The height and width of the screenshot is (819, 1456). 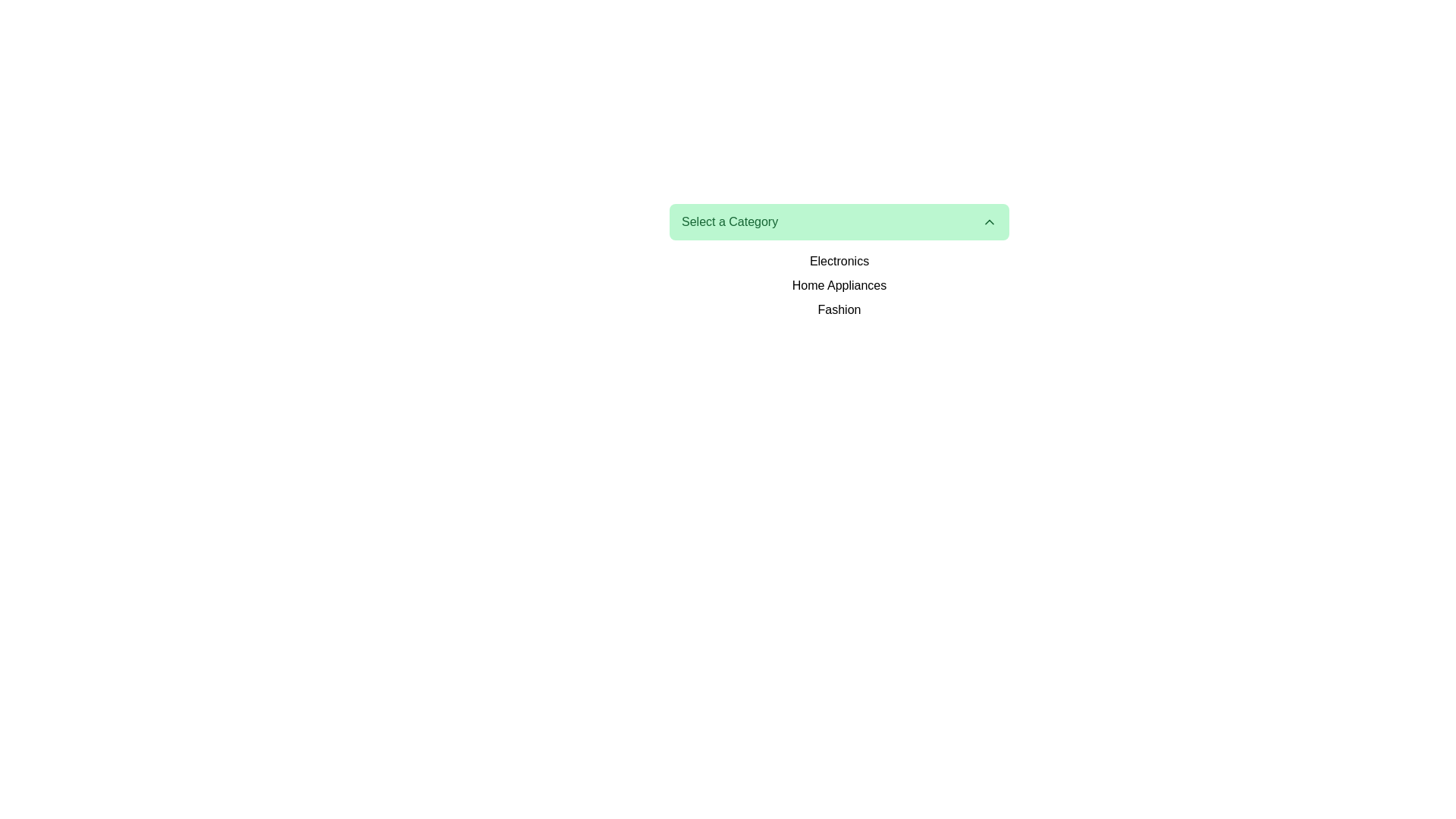 What do you see at coordinates (990, 222) in the screenshot?
I see `the collapse icon located to the right side of the header bar, adjacent to the 'Select a Category' text` at bounding box center [990, 222].